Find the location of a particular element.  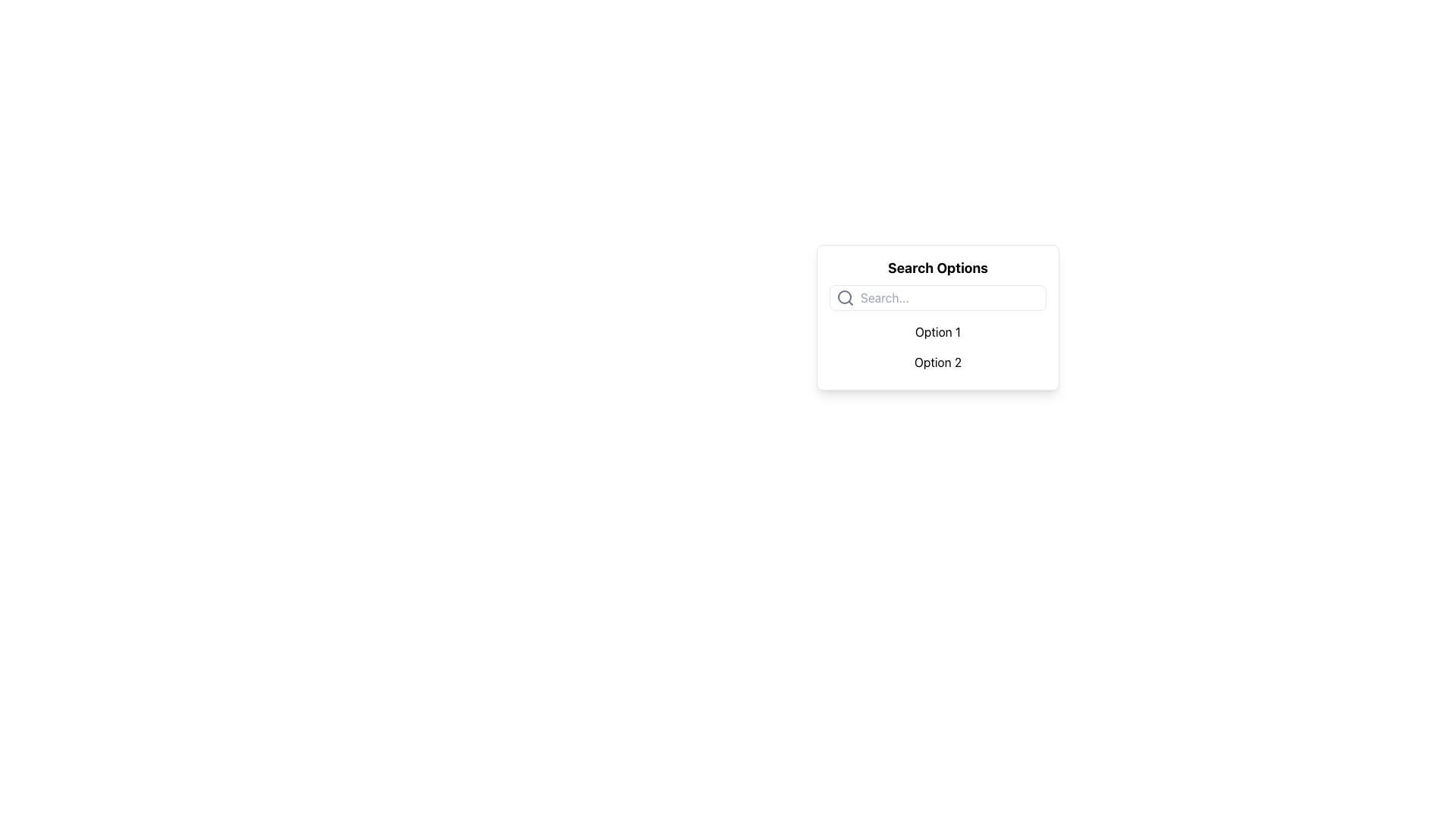

the SVG Circle element that represents the main body of the magnifying glass, located near the top-left corner of the 'Search' input field is located at coordinates (843, 297).